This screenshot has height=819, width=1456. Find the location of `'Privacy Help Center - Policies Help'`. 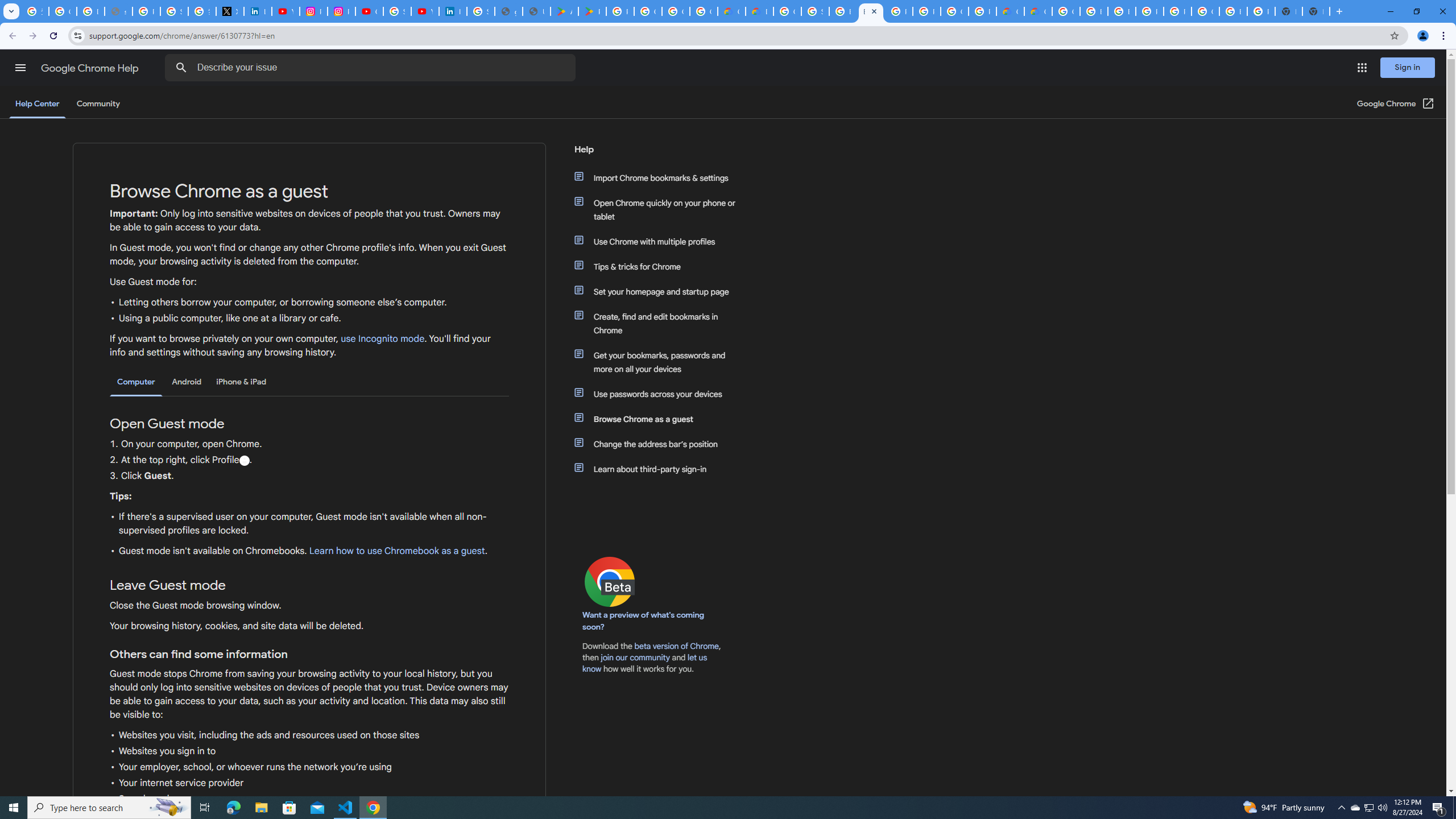

'Privacy Help Center - Policies Help' is located at coordinates (146, 11).